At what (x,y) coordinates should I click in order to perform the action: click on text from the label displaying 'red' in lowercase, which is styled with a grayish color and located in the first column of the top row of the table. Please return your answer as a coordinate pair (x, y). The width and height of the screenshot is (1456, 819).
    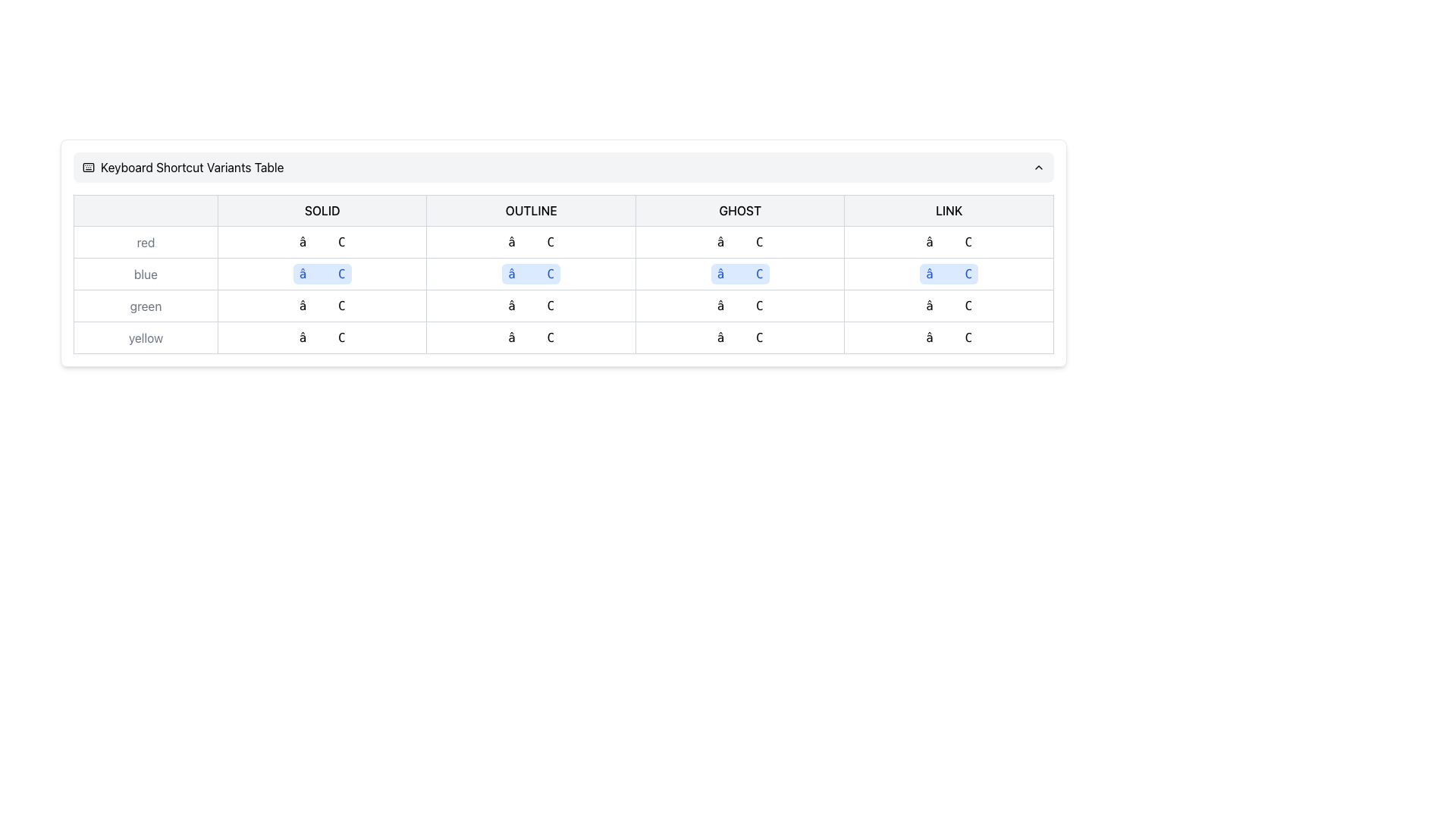
    Looking at the image, I should click on (146, 241).